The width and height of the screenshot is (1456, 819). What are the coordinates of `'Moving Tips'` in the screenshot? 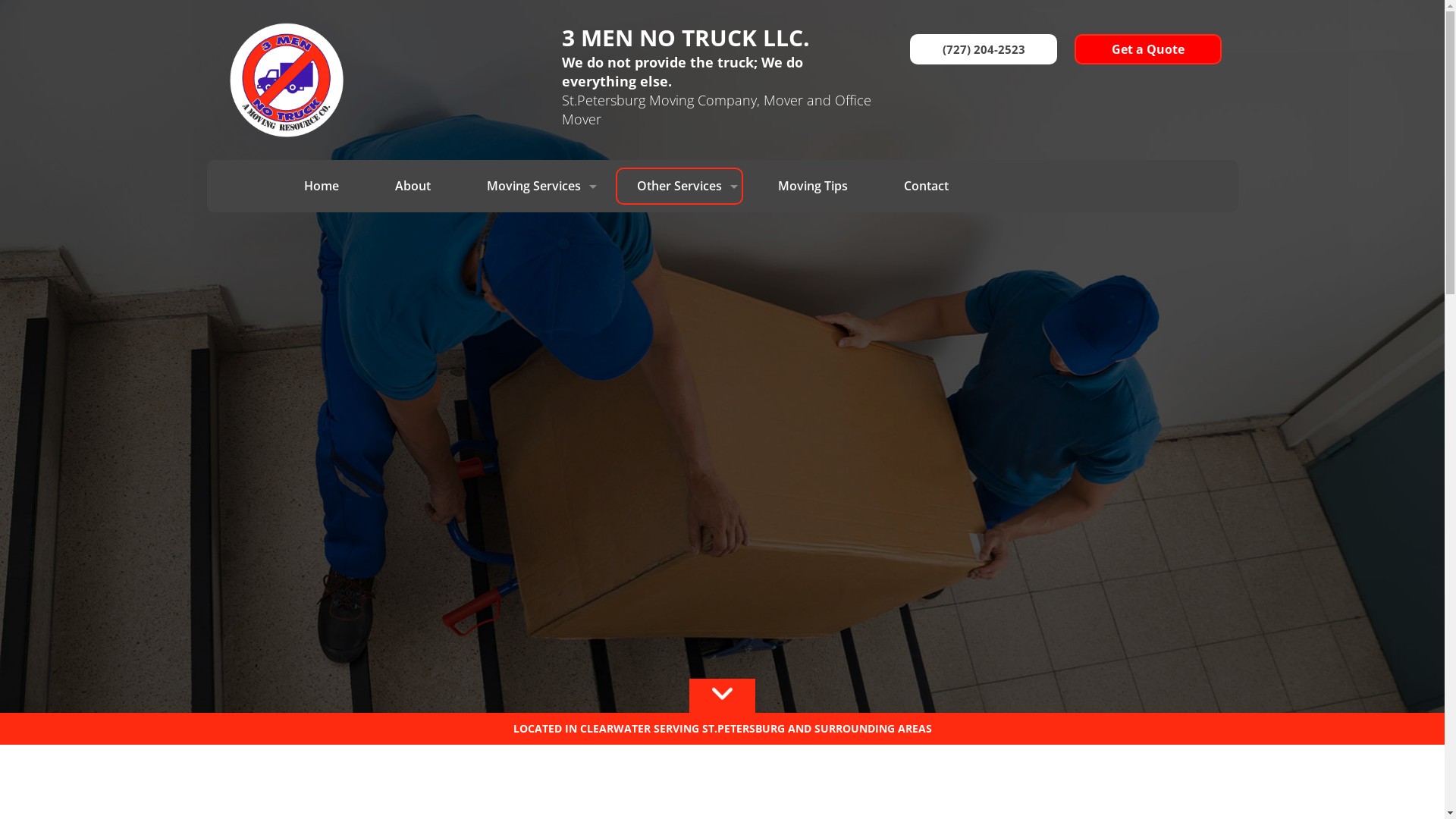 It's located at (811, 185).